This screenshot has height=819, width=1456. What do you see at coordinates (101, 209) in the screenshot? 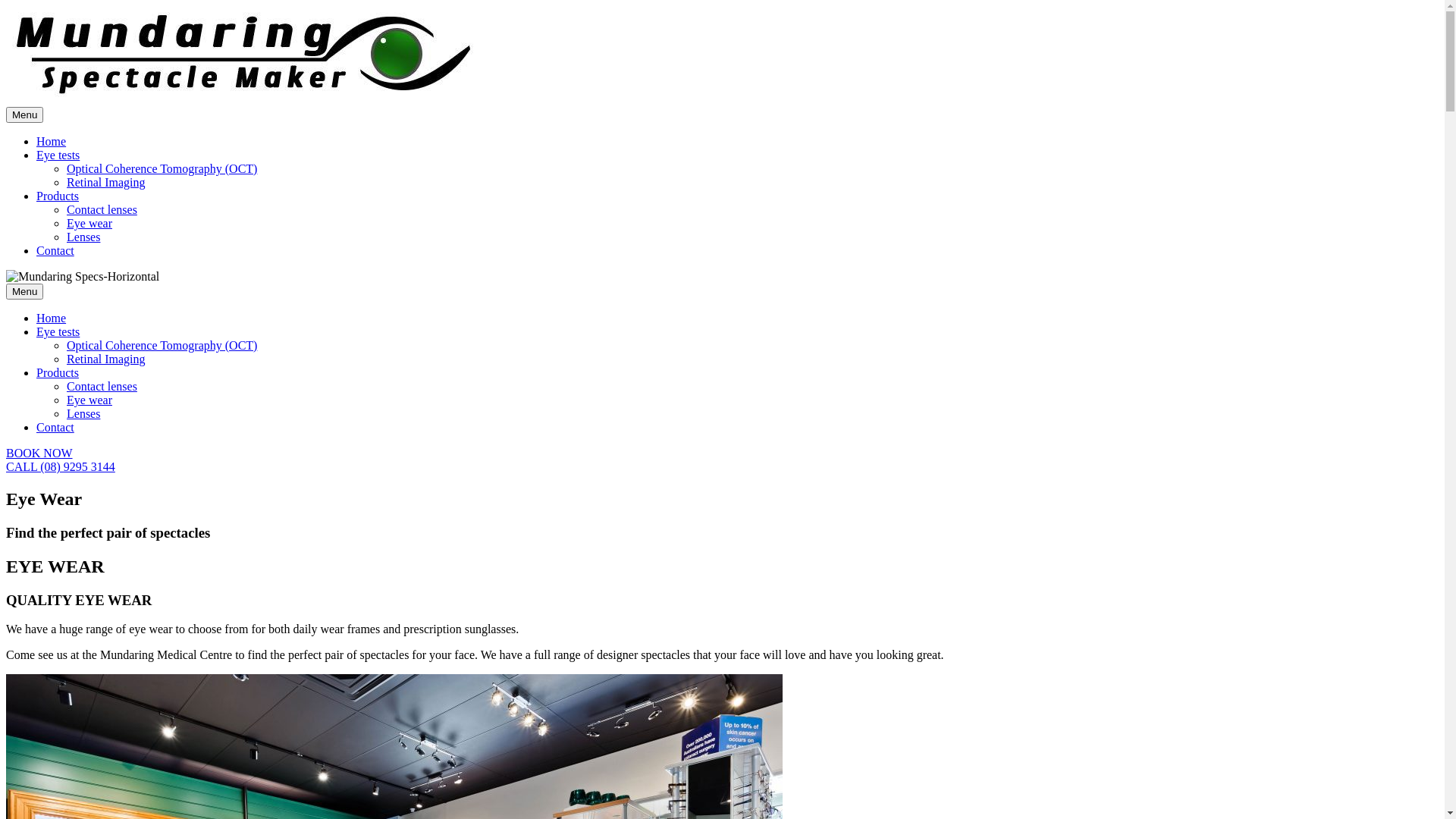
I see `'Contact lenses'` at bounding box center [101, 209].